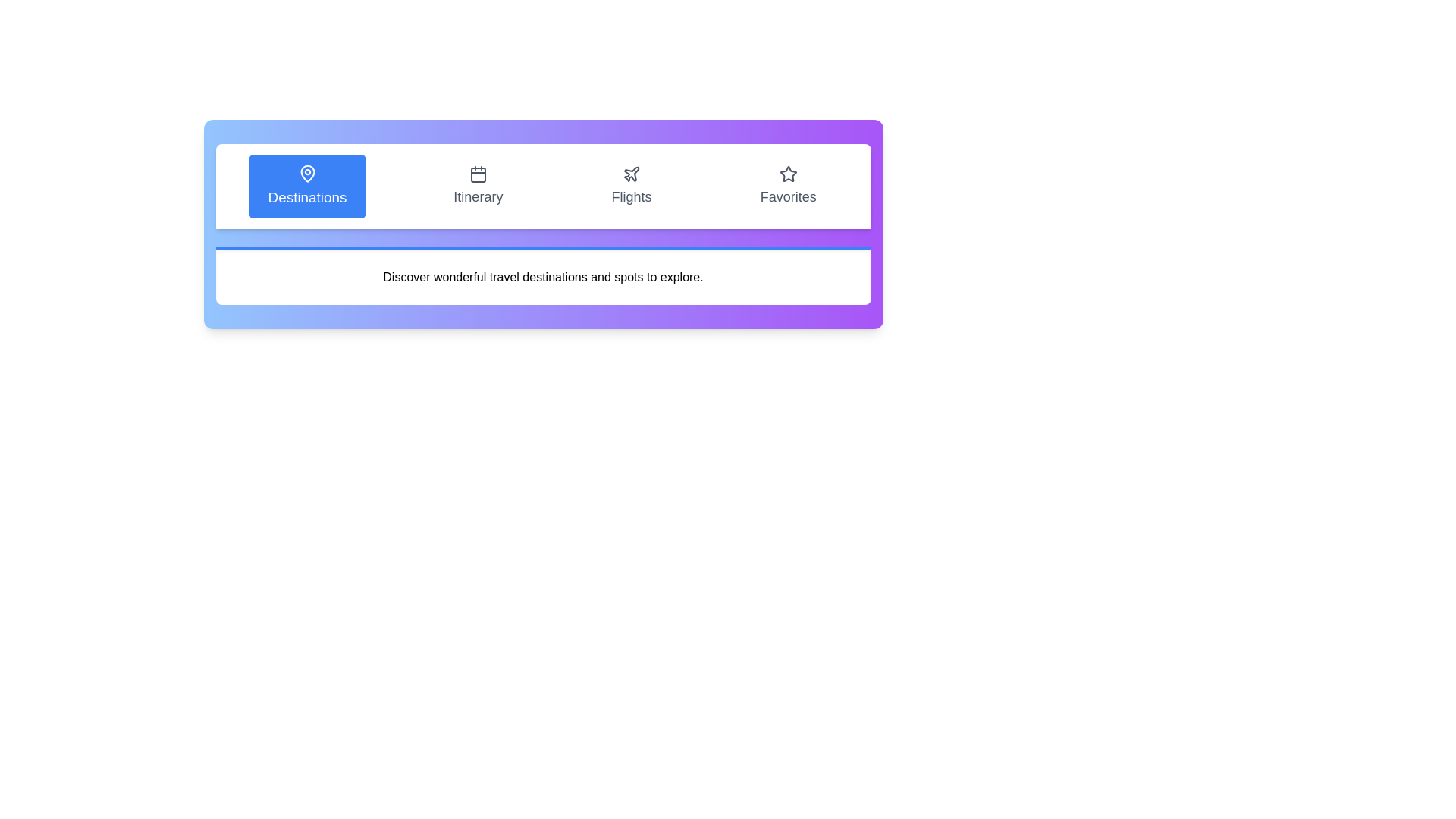 The height and width of the screenshot is (819, 1456). What do you see at coordinates (477, 186) in the screenshot?
I see `the Itinerary tab to observe visual feedback` at bounding box center [477, 186].